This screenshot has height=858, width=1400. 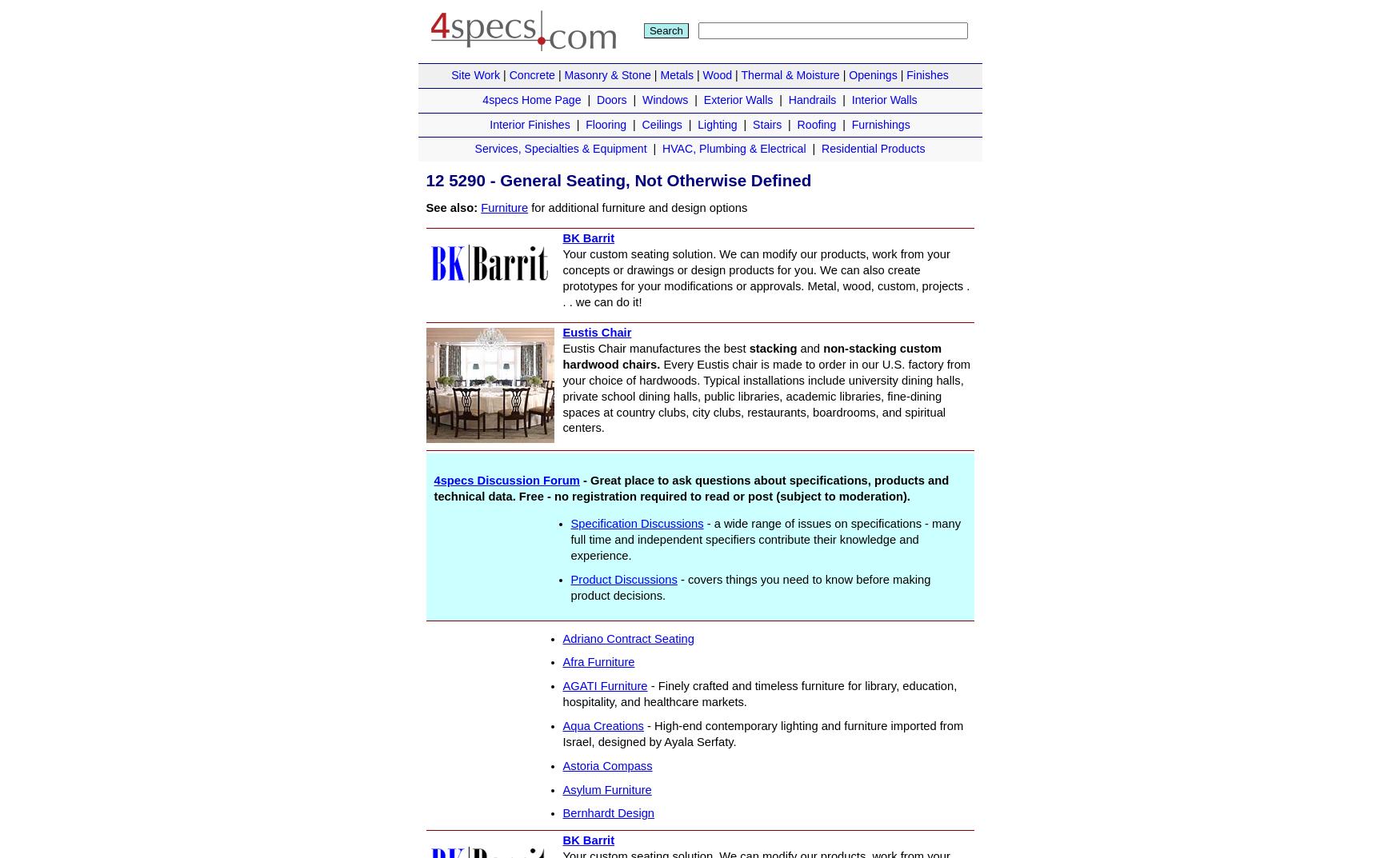 What do you see at coordinates (530, 98) in the screenshot?
I see `'4specs Home Page'` at bounding box center [530, 98].